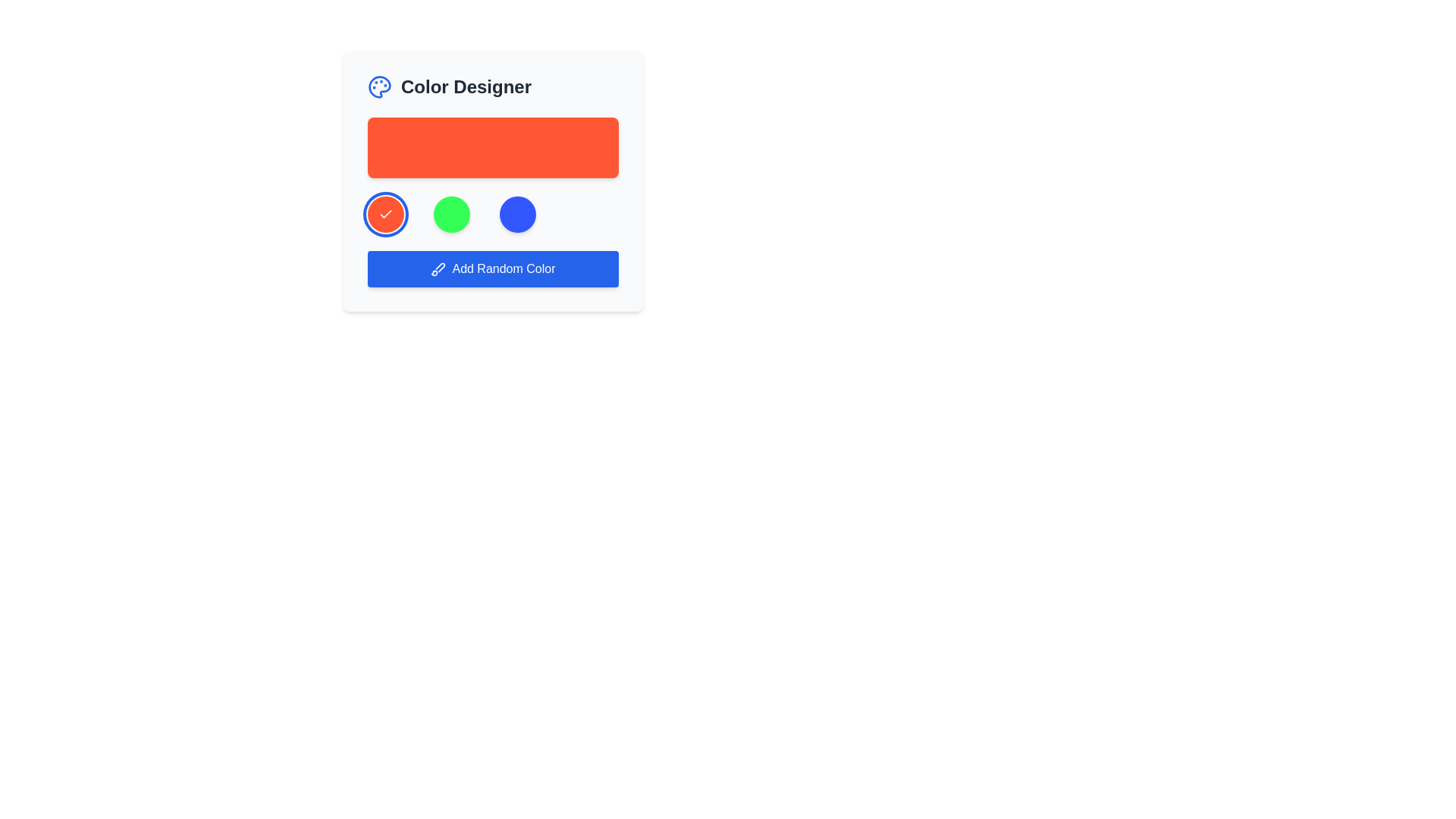  Describe the element at coordinates (385, 213) in the screenshot. I see `the circular button that contains the checkmark icon, which is a simple white vector graphic in the center of the first button in a series of three buttons` at that location.